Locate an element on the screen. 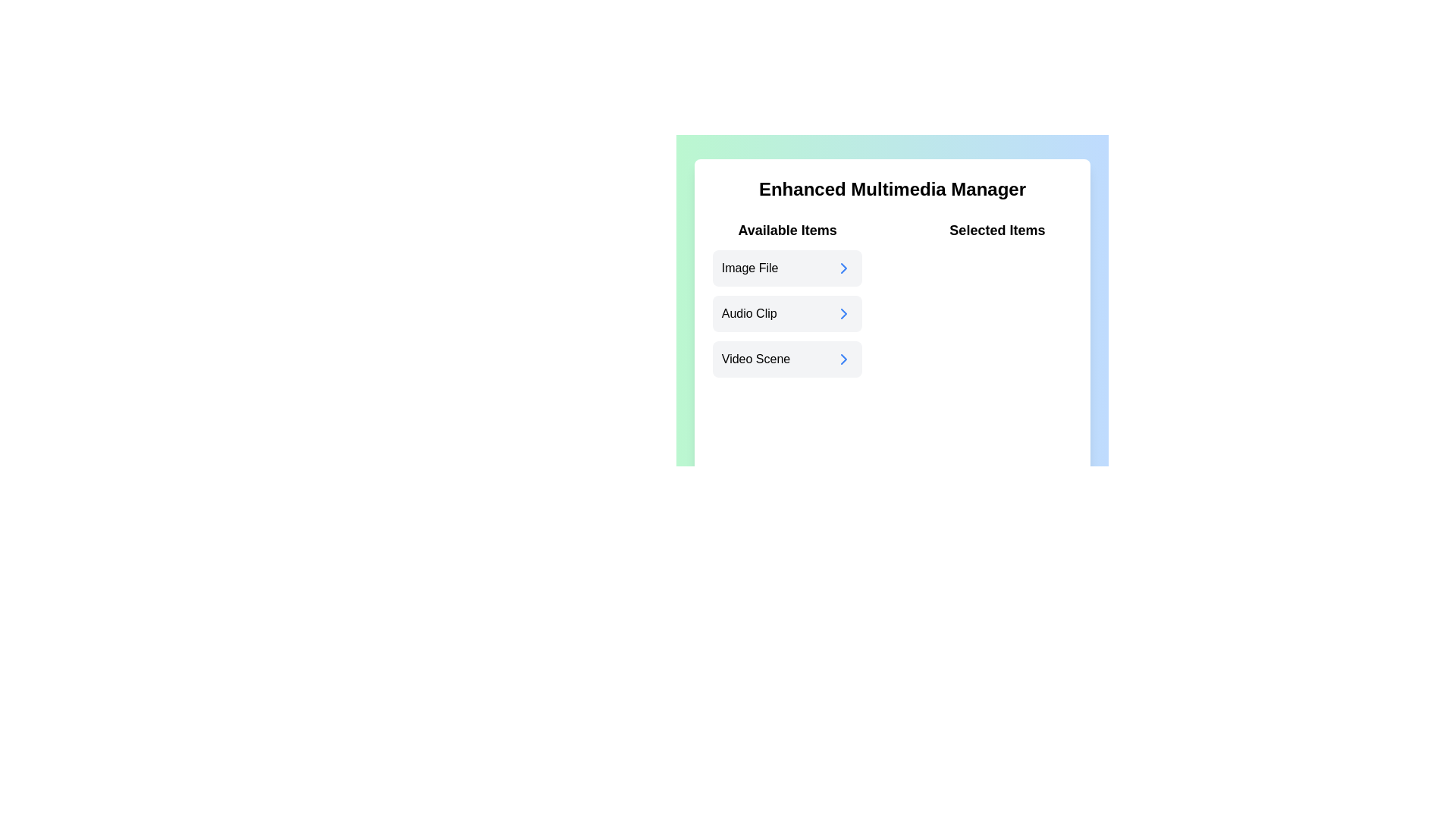  a row is located at coordinates (786, 312).